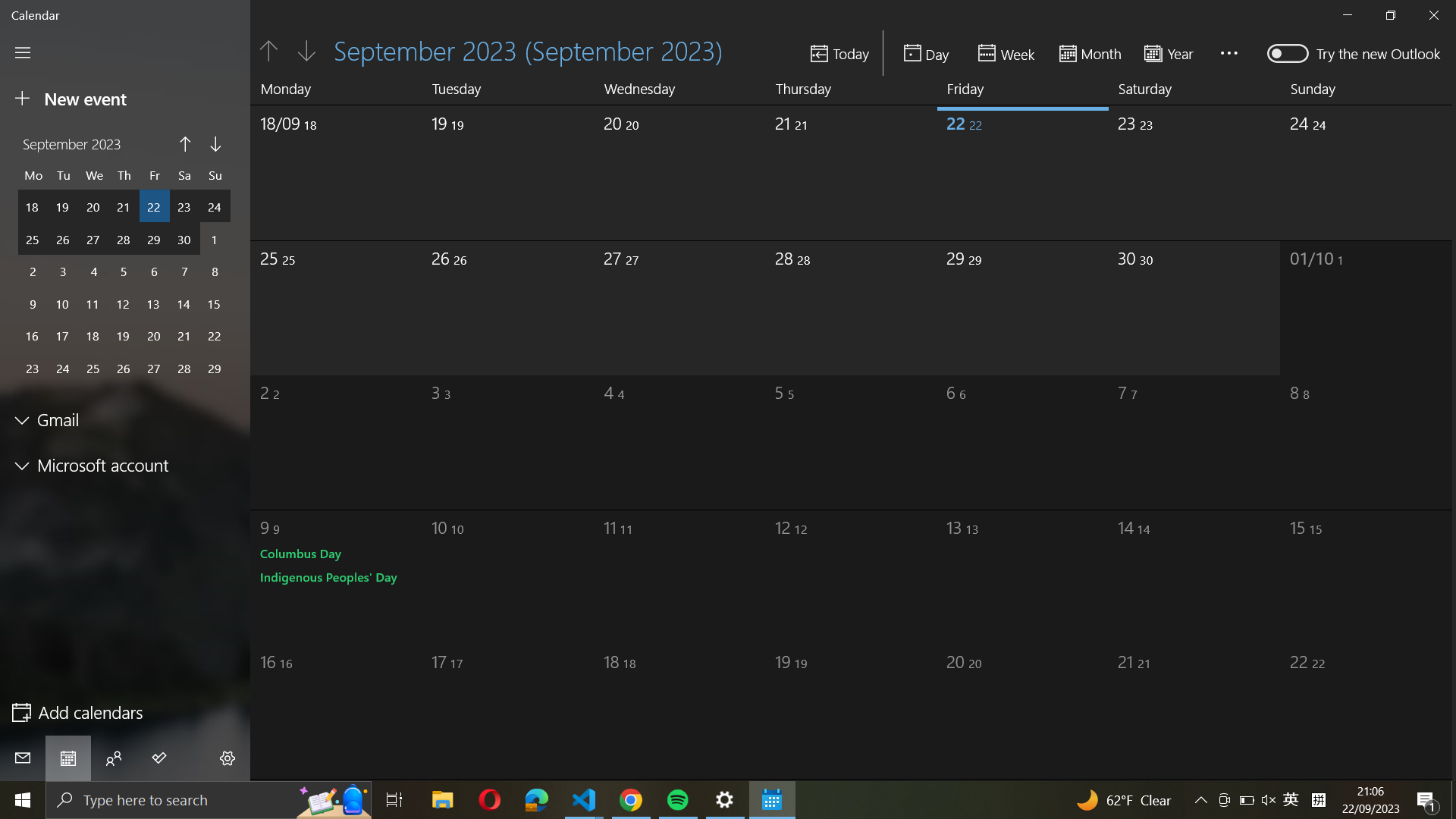 This screenshot has height=819, width=1456. I want to click on Connect with others through the calendar, so click(113, 758).